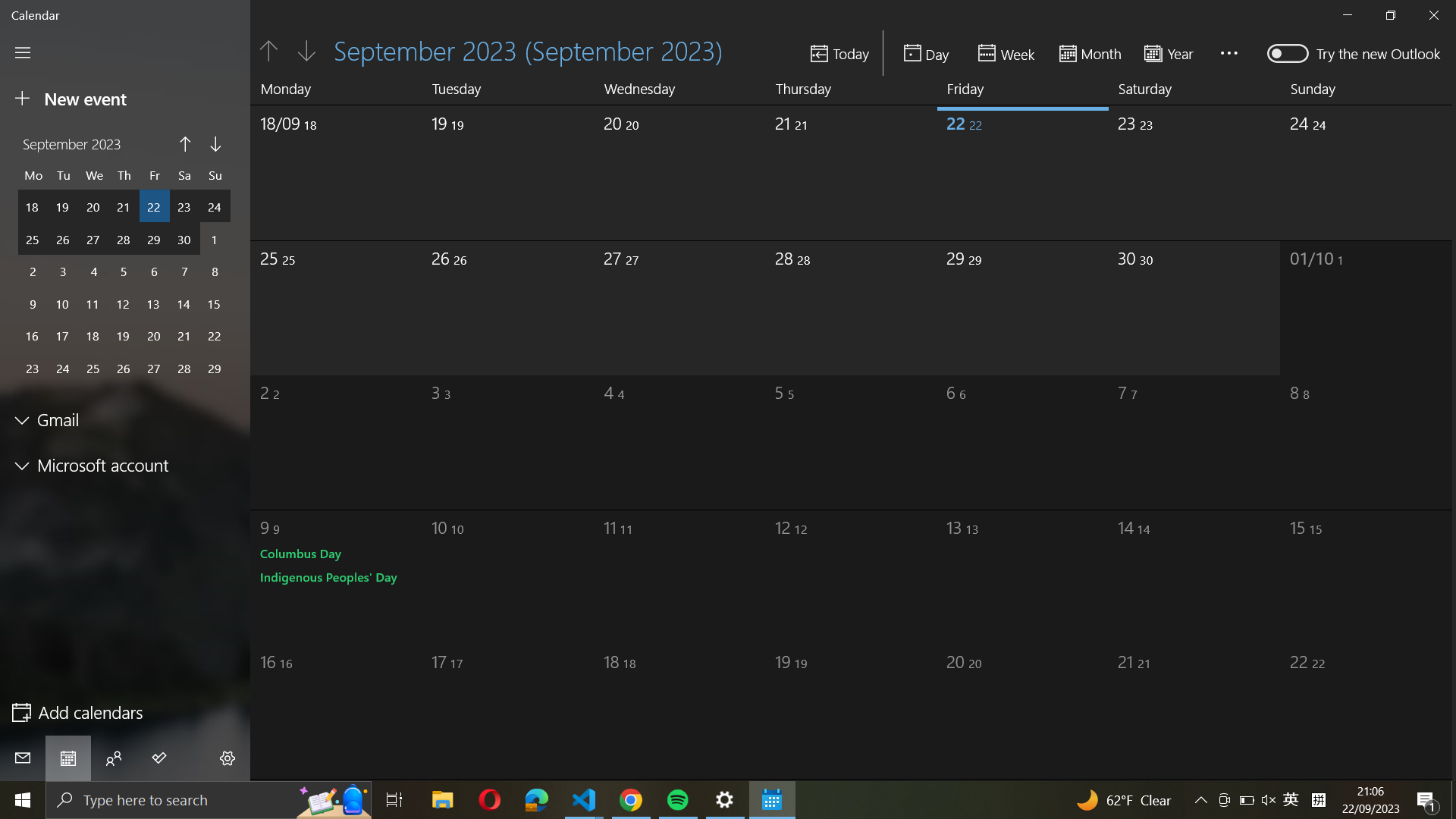 This screenshot has height=819, width=1456. I want to click on Connect with others through the calendar, so click(113, 758).